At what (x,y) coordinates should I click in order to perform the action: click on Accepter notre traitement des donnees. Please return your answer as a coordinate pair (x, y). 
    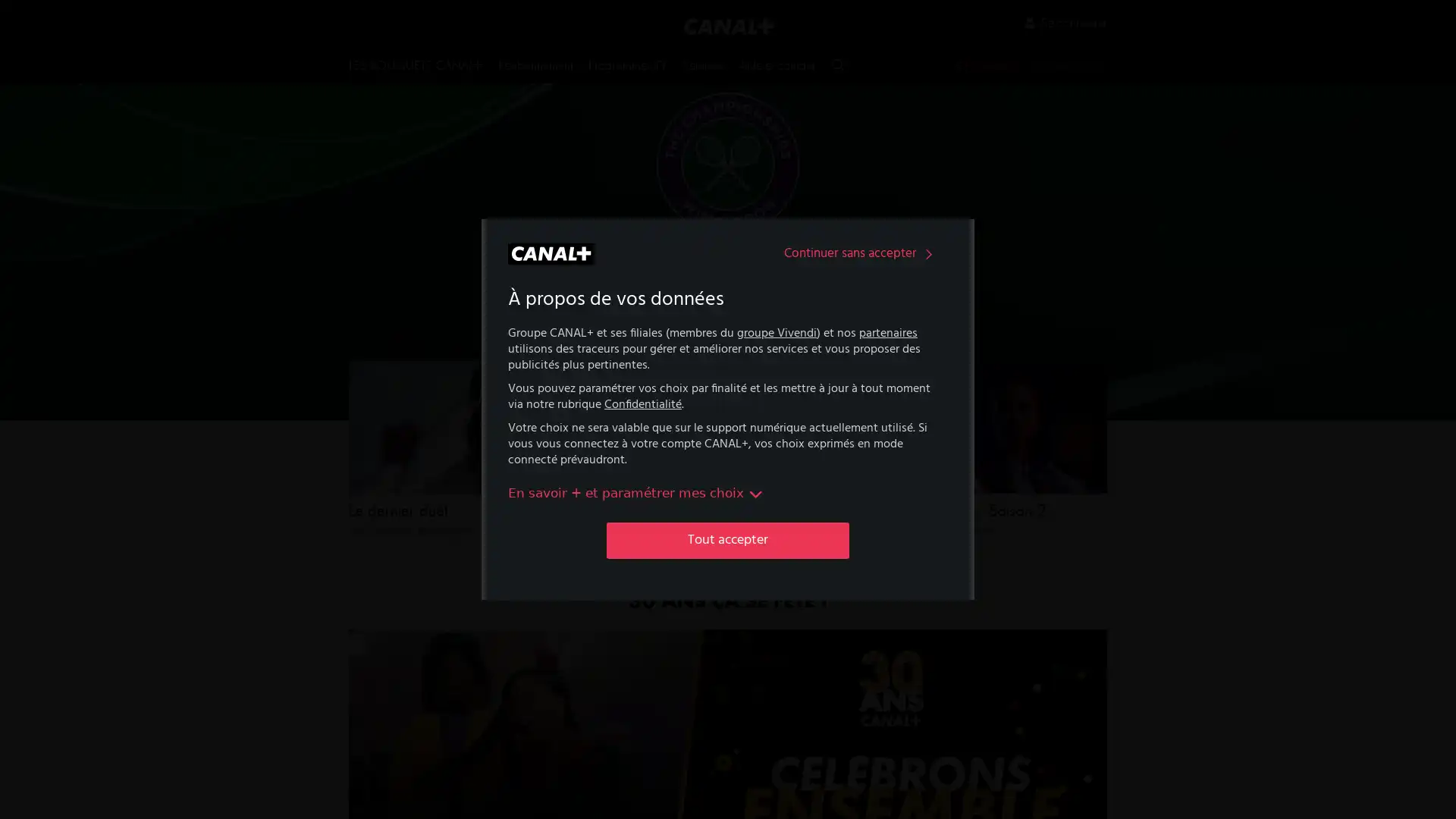
    Looking at the image, I should click on (728, 539).